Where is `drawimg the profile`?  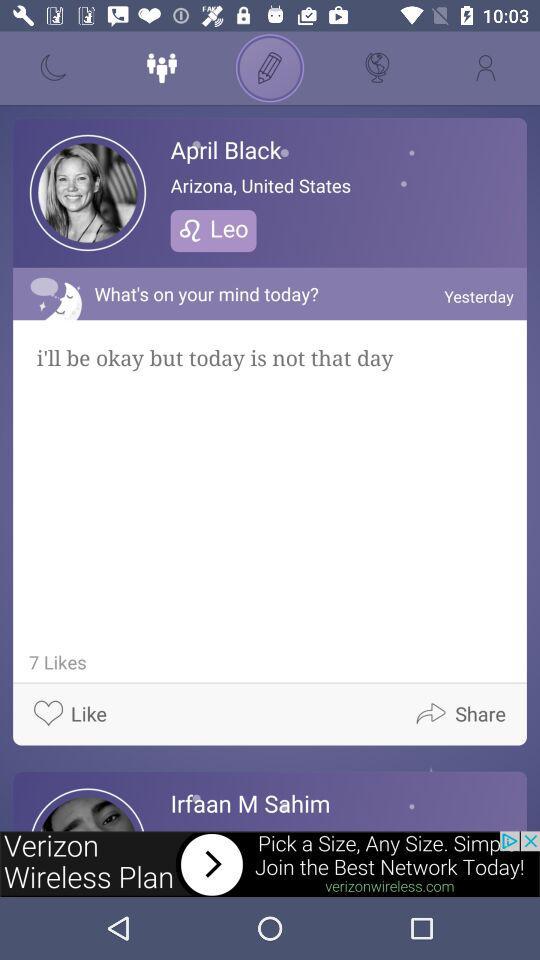
drawimg the profile is located at coordinates (270, 68).